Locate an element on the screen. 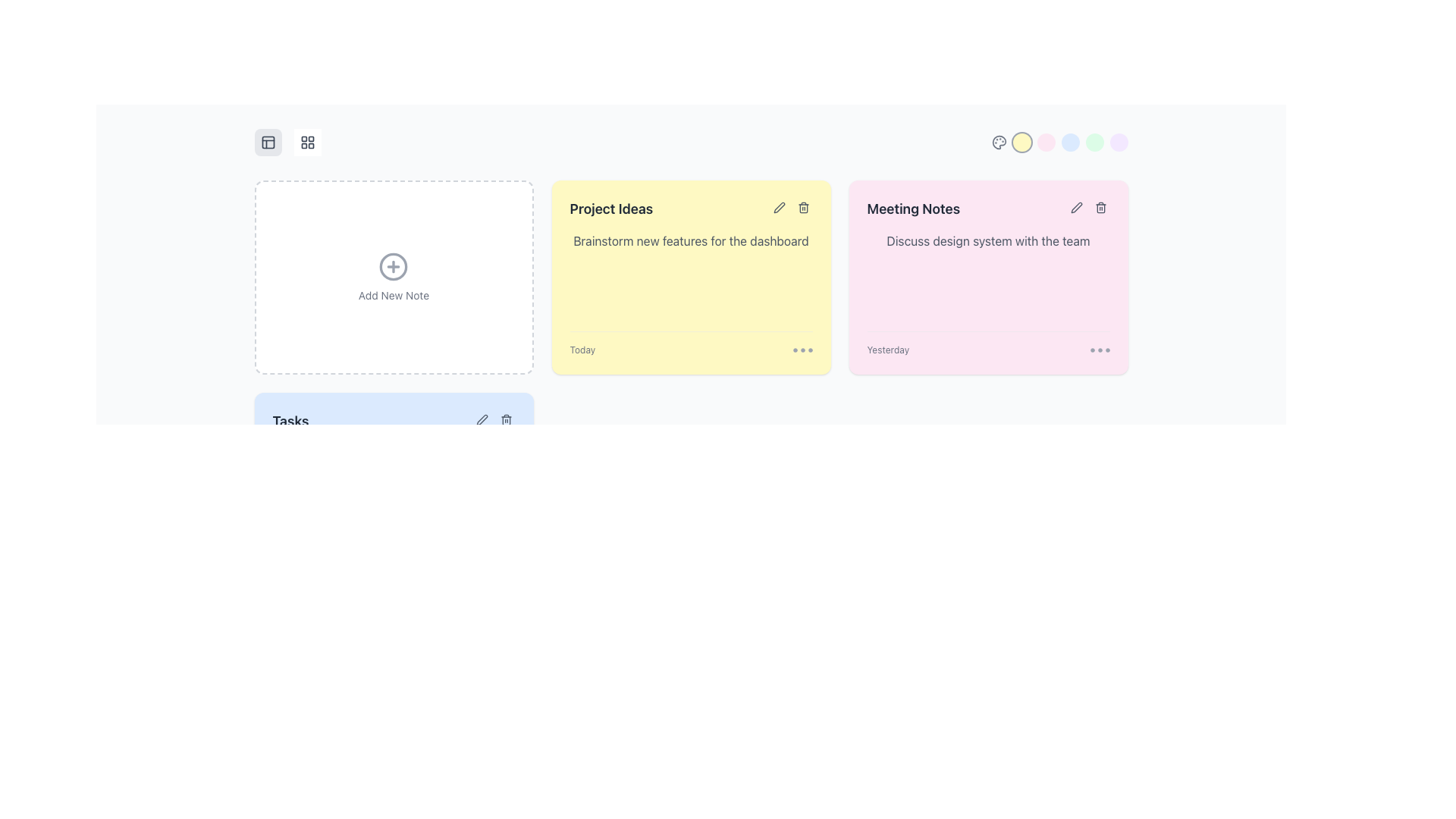 The width and height of the screenshot is (1456, 819). the circular icon button with a gray outline and centered plus sign, located above the label 'Add New Note' is located at coordinates (394, 265).